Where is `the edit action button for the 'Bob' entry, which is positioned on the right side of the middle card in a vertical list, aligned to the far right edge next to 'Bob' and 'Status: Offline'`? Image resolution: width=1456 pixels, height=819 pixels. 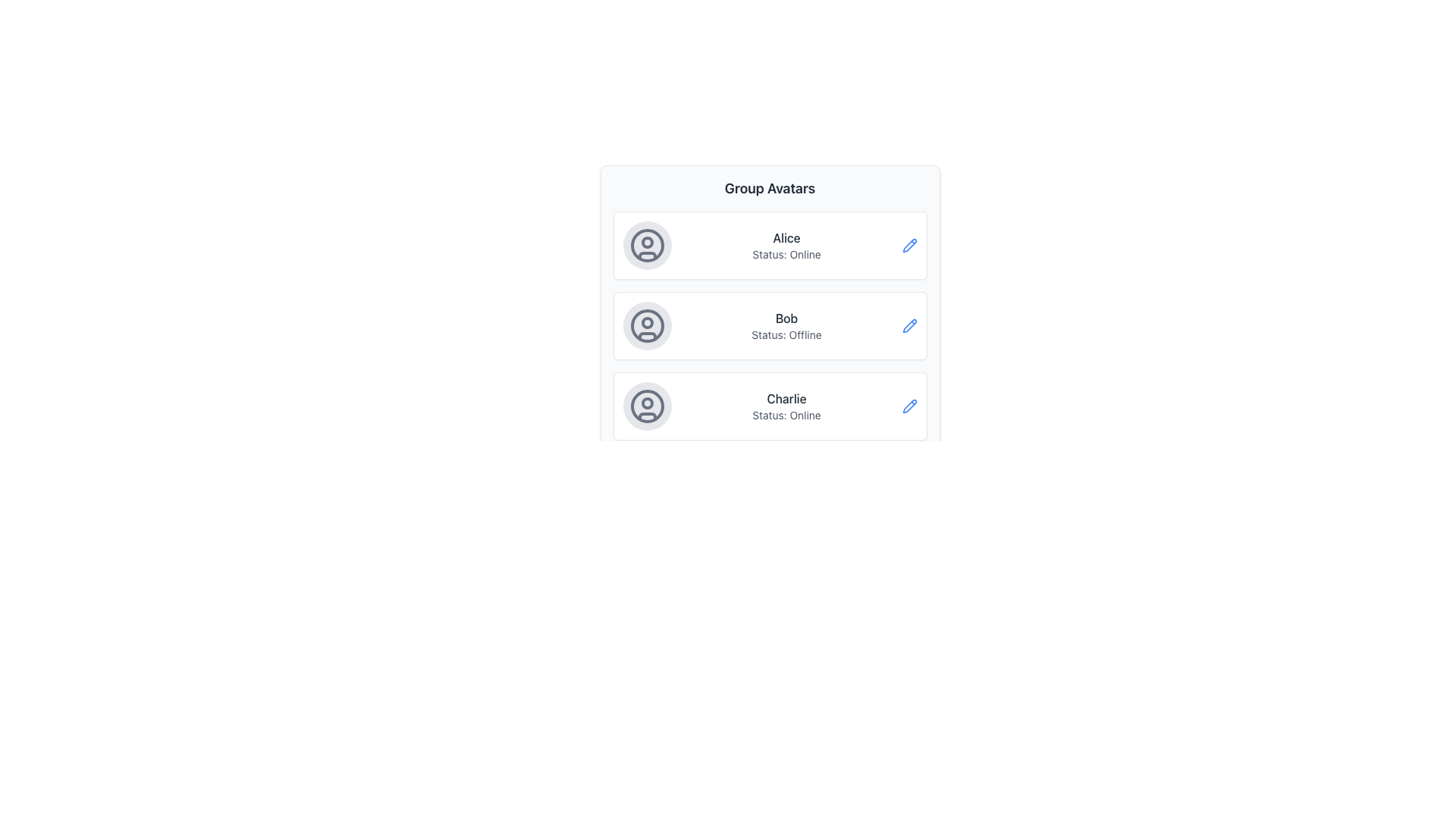
the edit action button for the 'Bob' entry, which is positioned on the right side of the middle card in a vertical list, aligned to the far right edge next to 'Bob' and 'Status: Offline' is located at coordinates (909, 325).